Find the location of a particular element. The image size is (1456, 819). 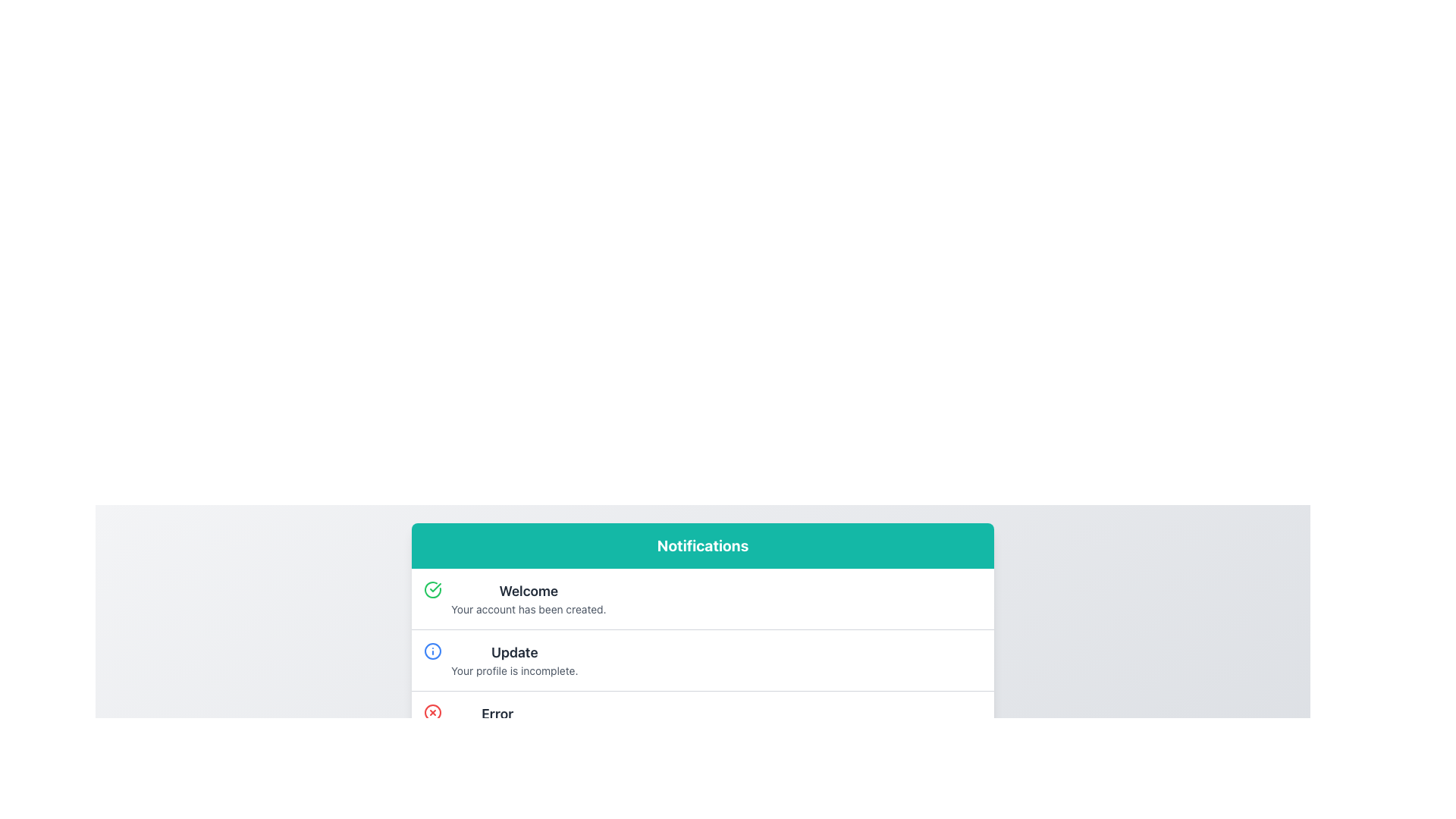

text label displaying 'Welcome' which is prominently positioned at the top of the notification item is located at coordinates (529, 590).